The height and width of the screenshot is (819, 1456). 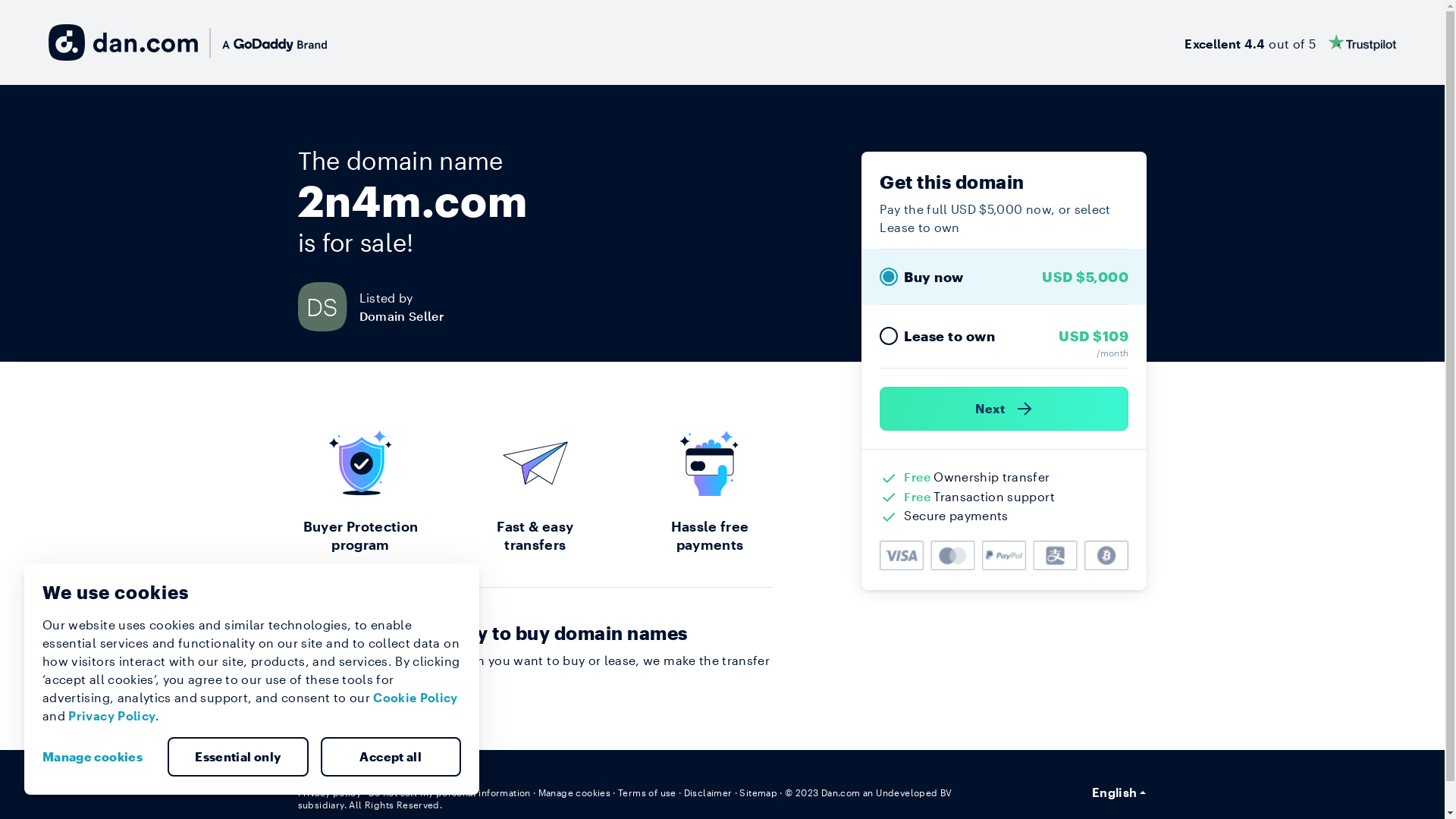 I want to click on 'Privacy Policy', so click(x=111, y=715).